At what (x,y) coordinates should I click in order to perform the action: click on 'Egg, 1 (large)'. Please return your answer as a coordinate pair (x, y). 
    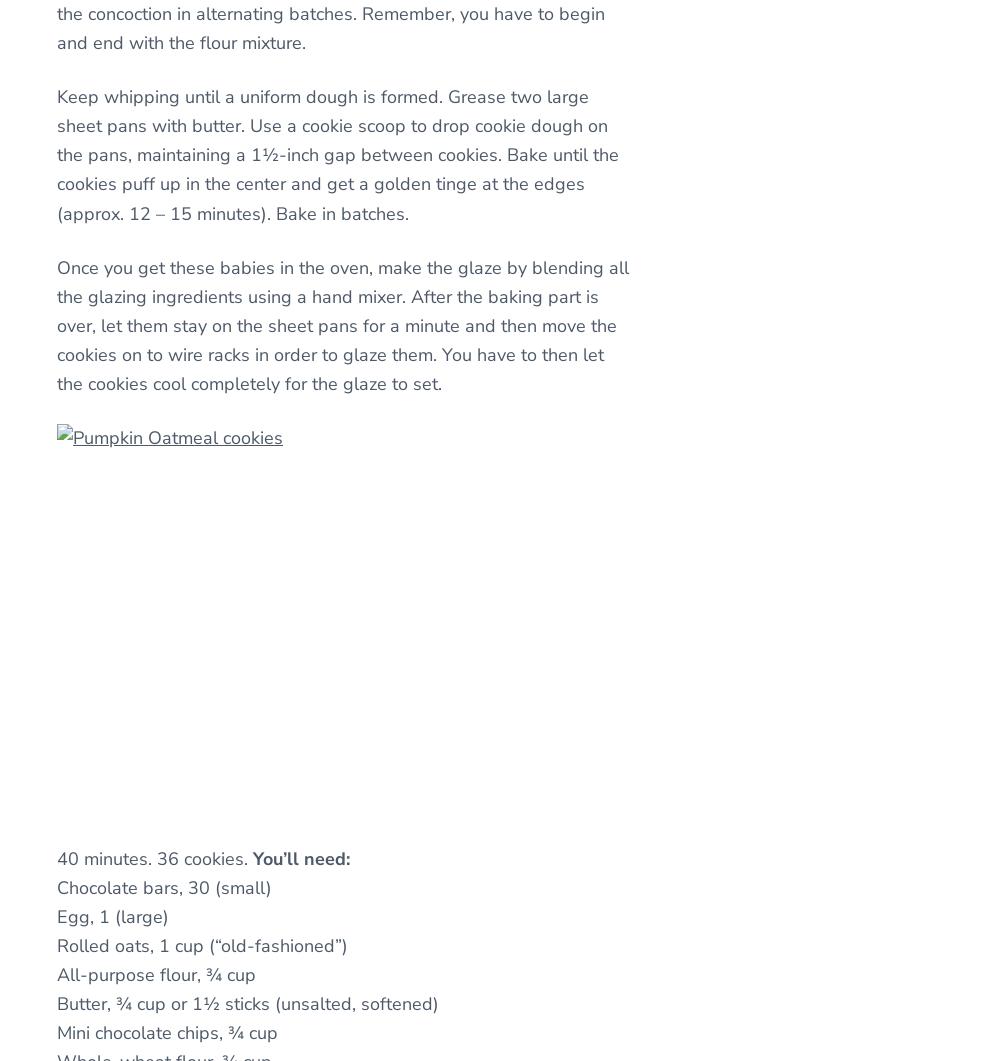
    Looking at the image, I should click on (111, 914).